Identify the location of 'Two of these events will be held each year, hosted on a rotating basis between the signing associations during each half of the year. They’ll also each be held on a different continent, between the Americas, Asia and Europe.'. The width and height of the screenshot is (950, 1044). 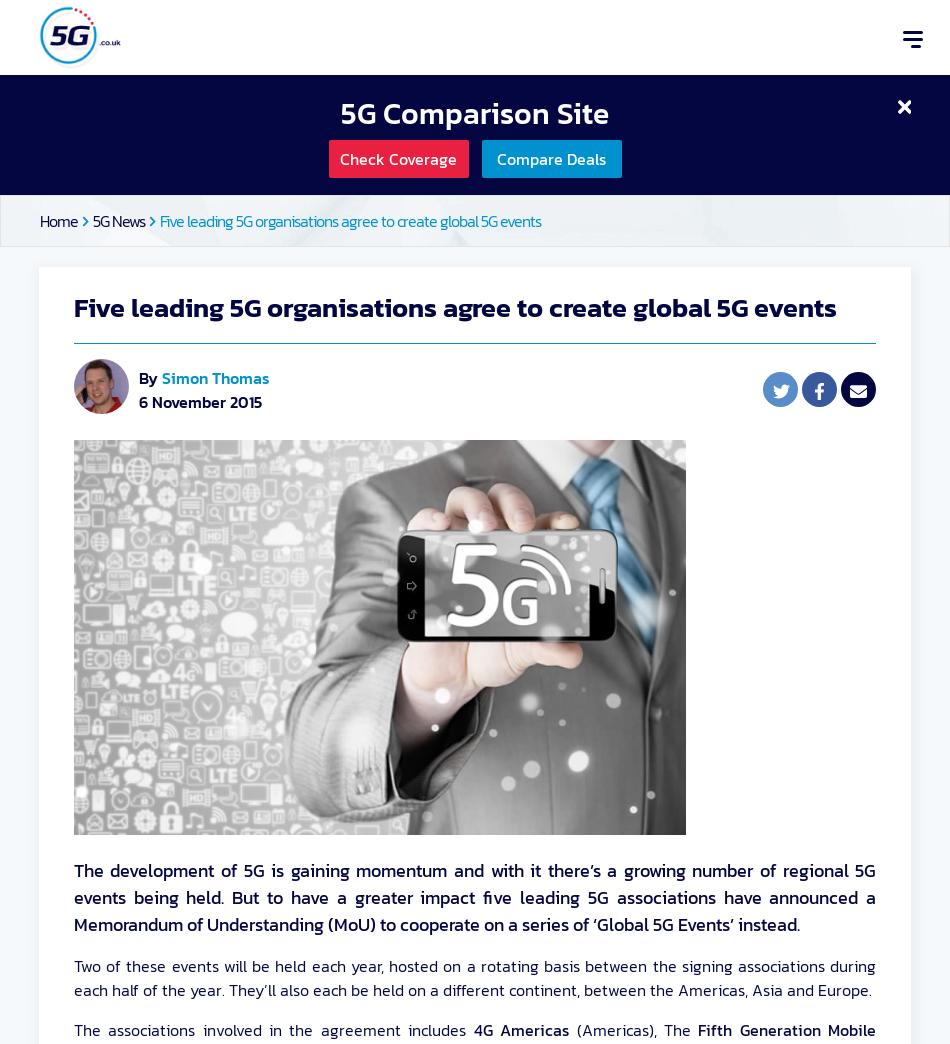
(473, 977).